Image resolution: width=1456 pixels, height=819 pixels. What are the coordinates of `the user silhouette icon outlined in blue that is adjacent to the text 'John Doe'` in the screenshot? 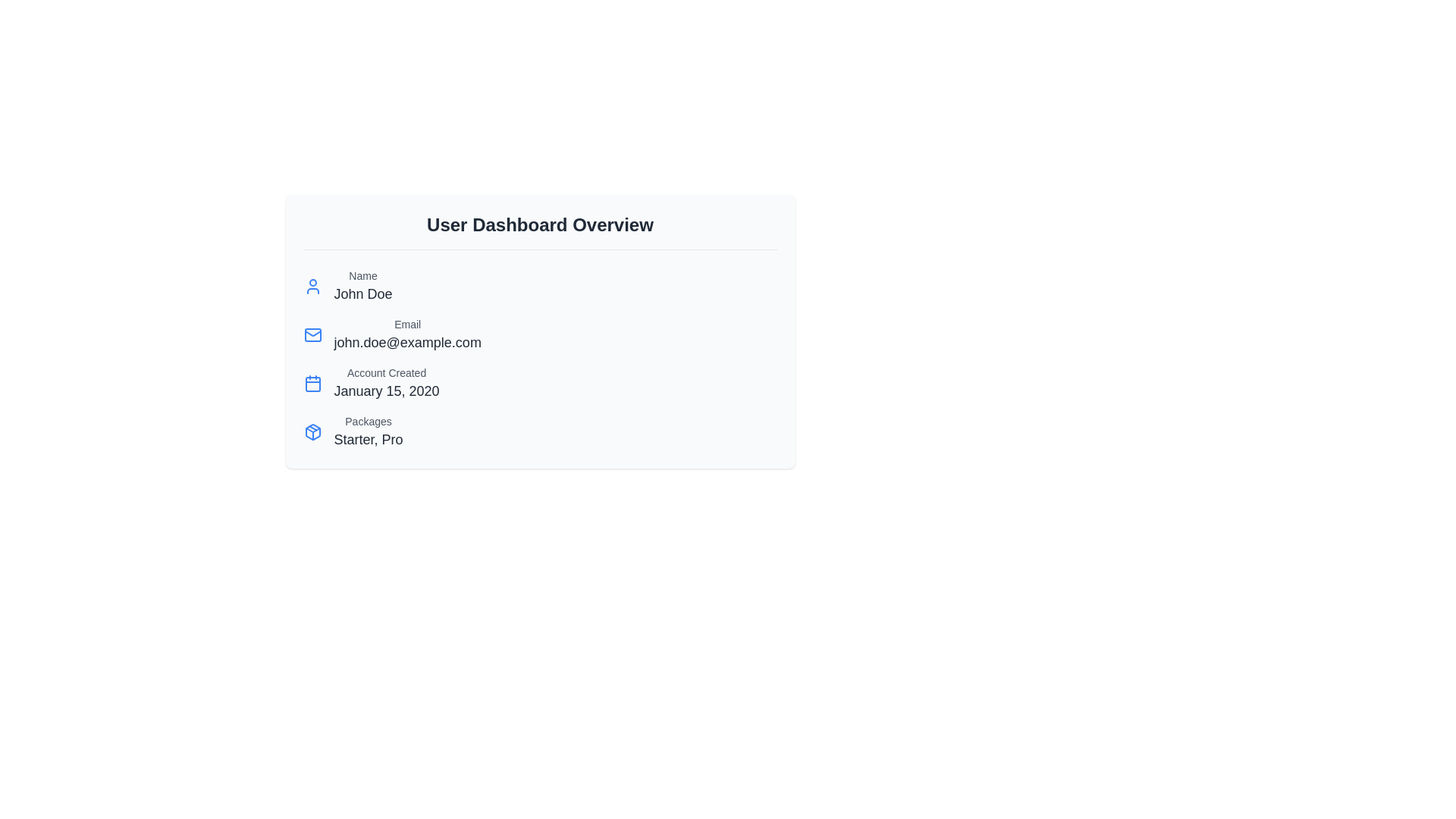 It's located at (312, 287).